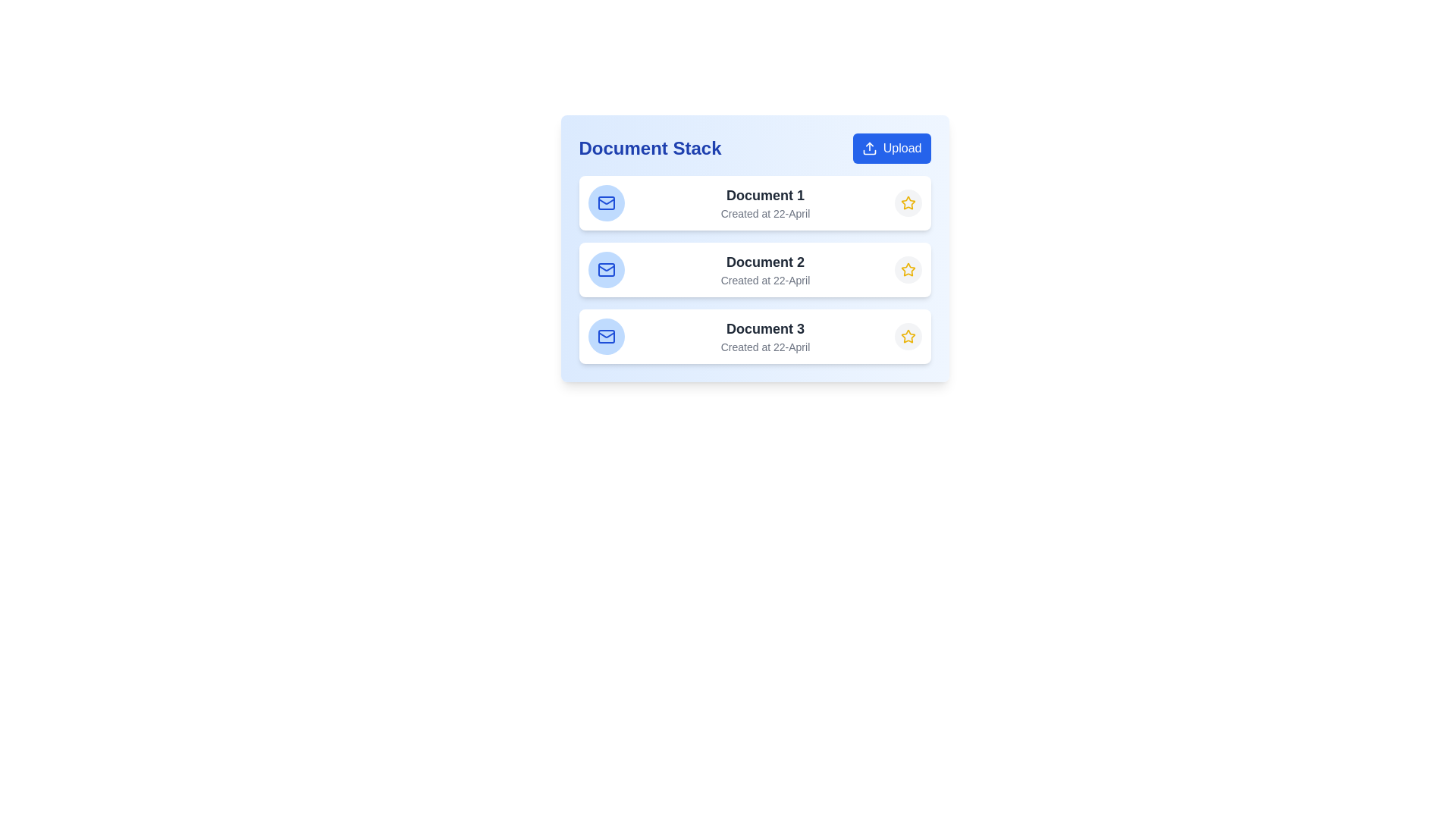  What do you see at coordinates (869, 149) in the screenshot?
I see `the upload button containing the upward arrow icon, which is located inside a rounded blue button labeled 'Upload' at the top-right corner of the 'Document Stack' card` at bounding box center [869, 149].